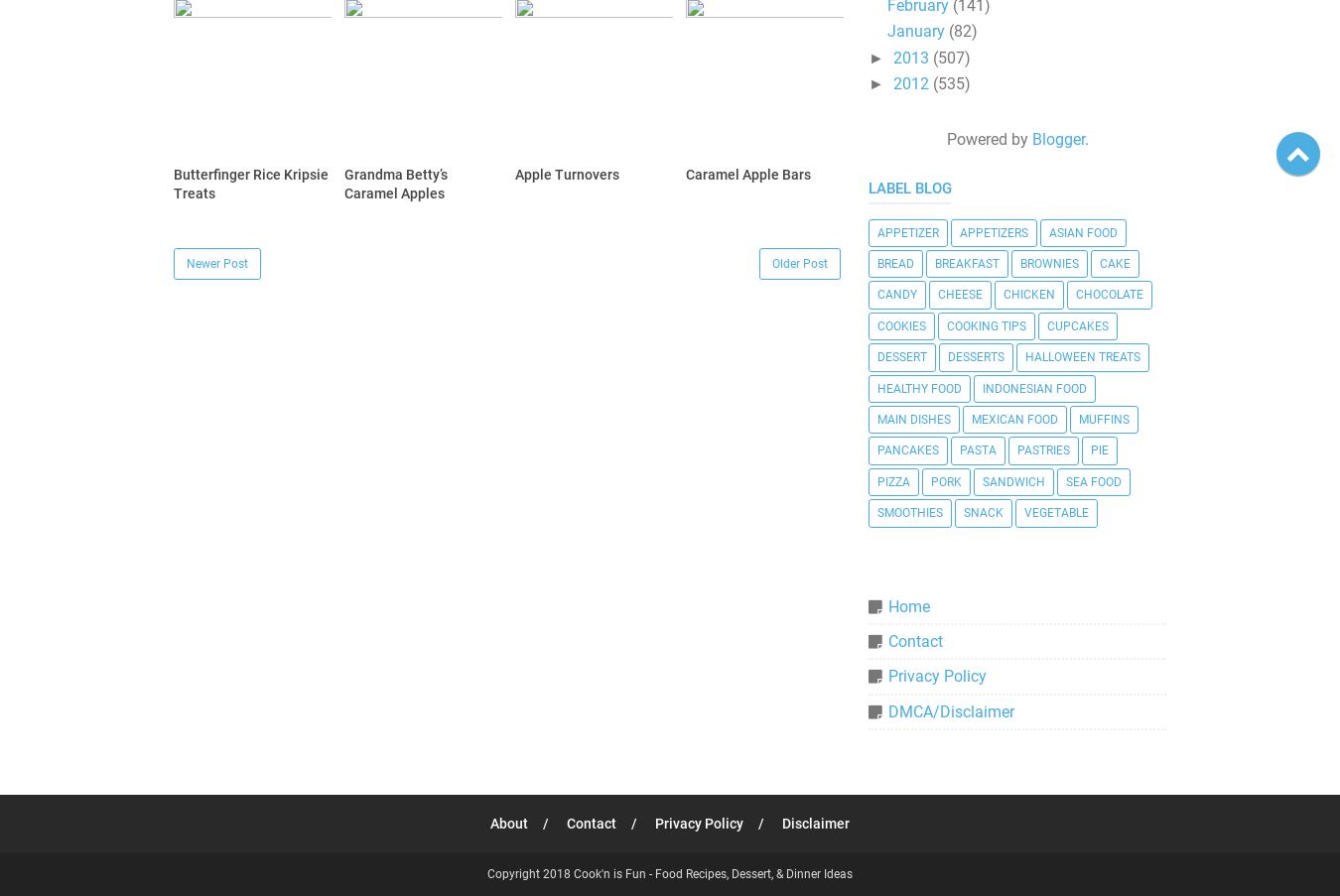 This screenshot has width=1340, height=896. Describe the element at coordinates (894, 263) in the screenshot. I see `'Bread'` at that location.